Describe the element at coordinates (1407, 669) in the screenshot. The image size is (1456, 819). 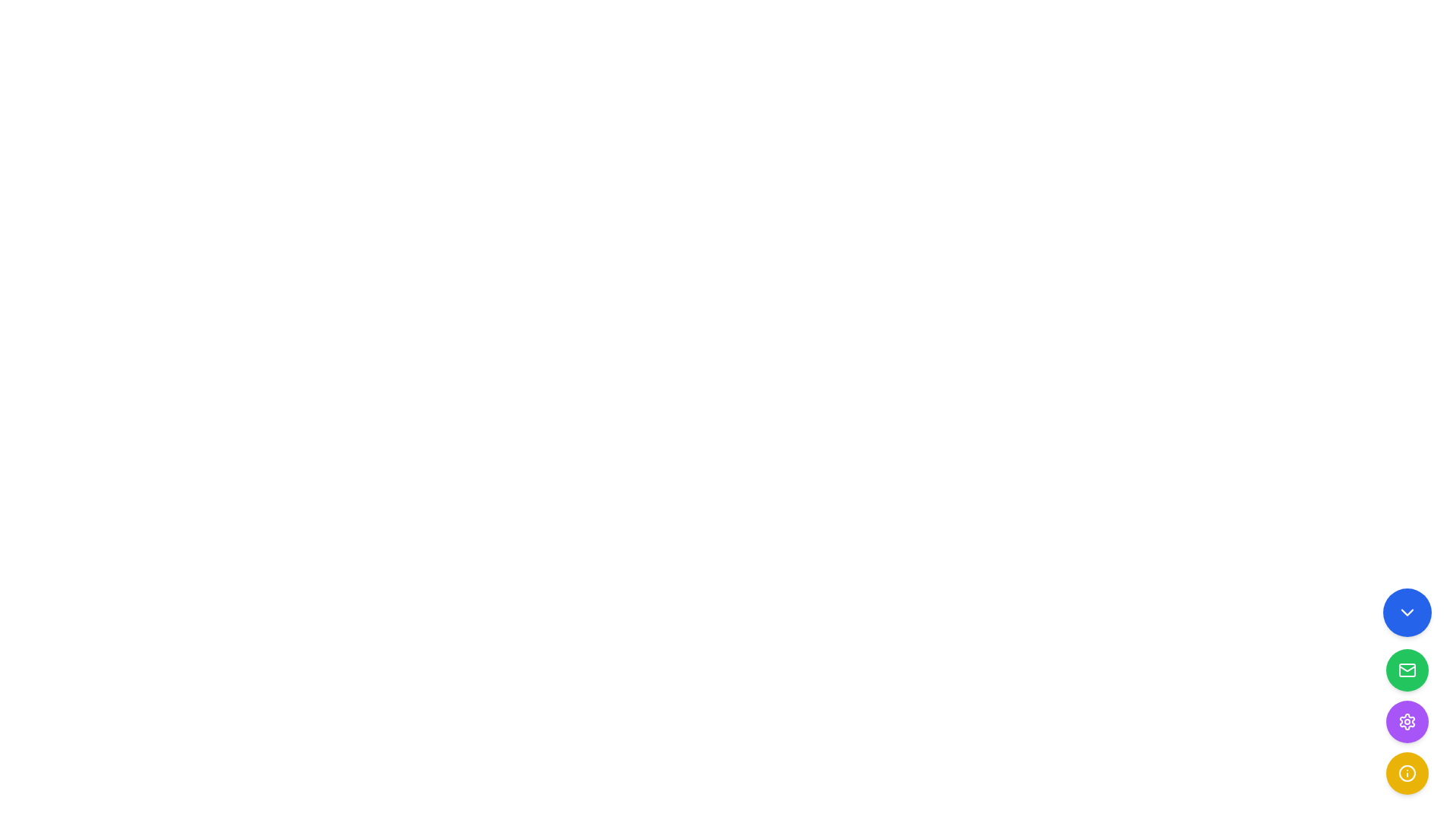
I see `the decorative icon component of the mail button, which is the rectangular part of the mail icon located in the middle-right vertical stack of circular buttons` at that location.